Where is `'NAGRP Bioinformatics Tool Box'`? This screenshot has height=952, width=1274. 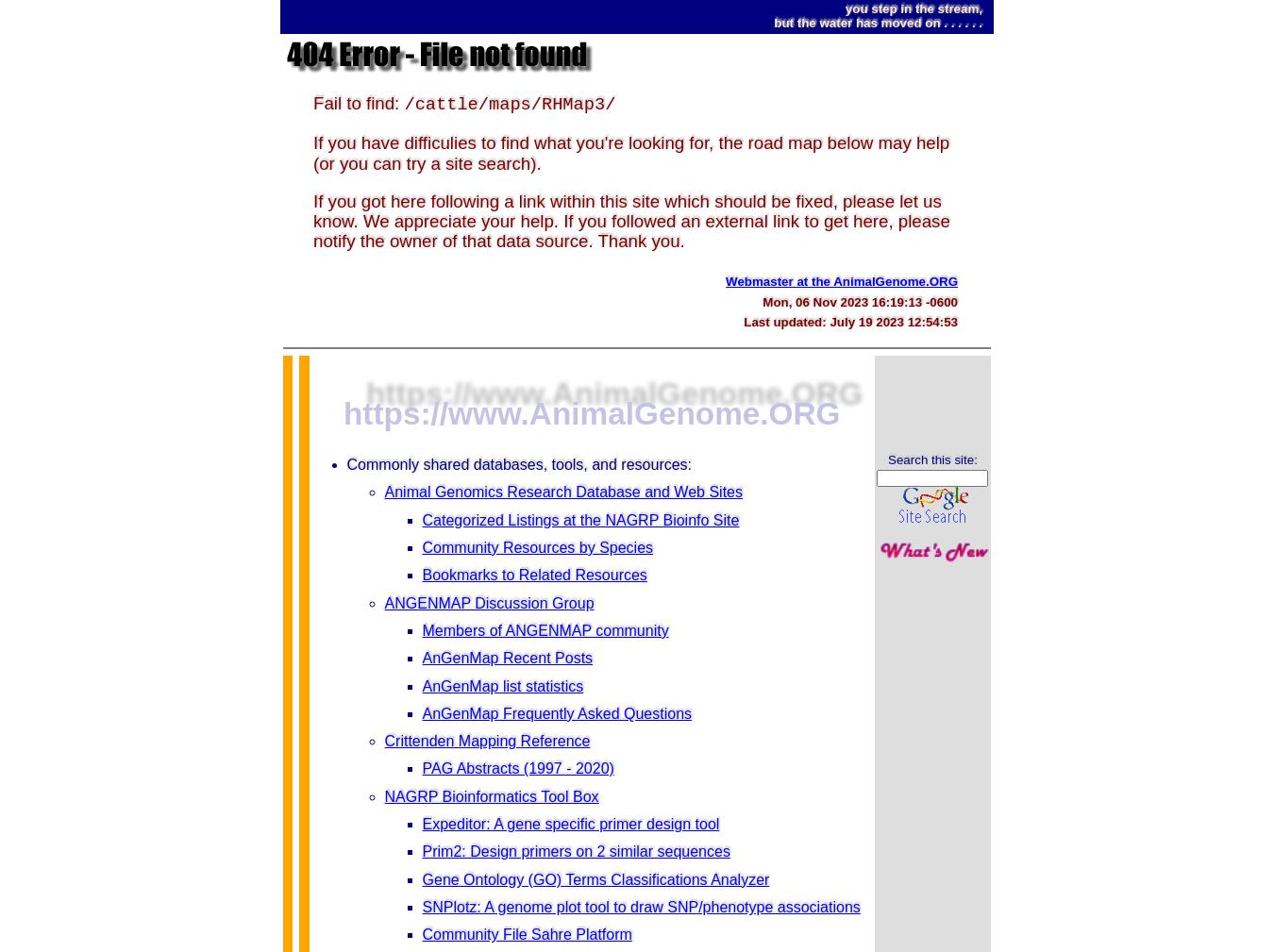 'NAGRP Bioinformatics Tool Box' is located at coordinates (490, 795).